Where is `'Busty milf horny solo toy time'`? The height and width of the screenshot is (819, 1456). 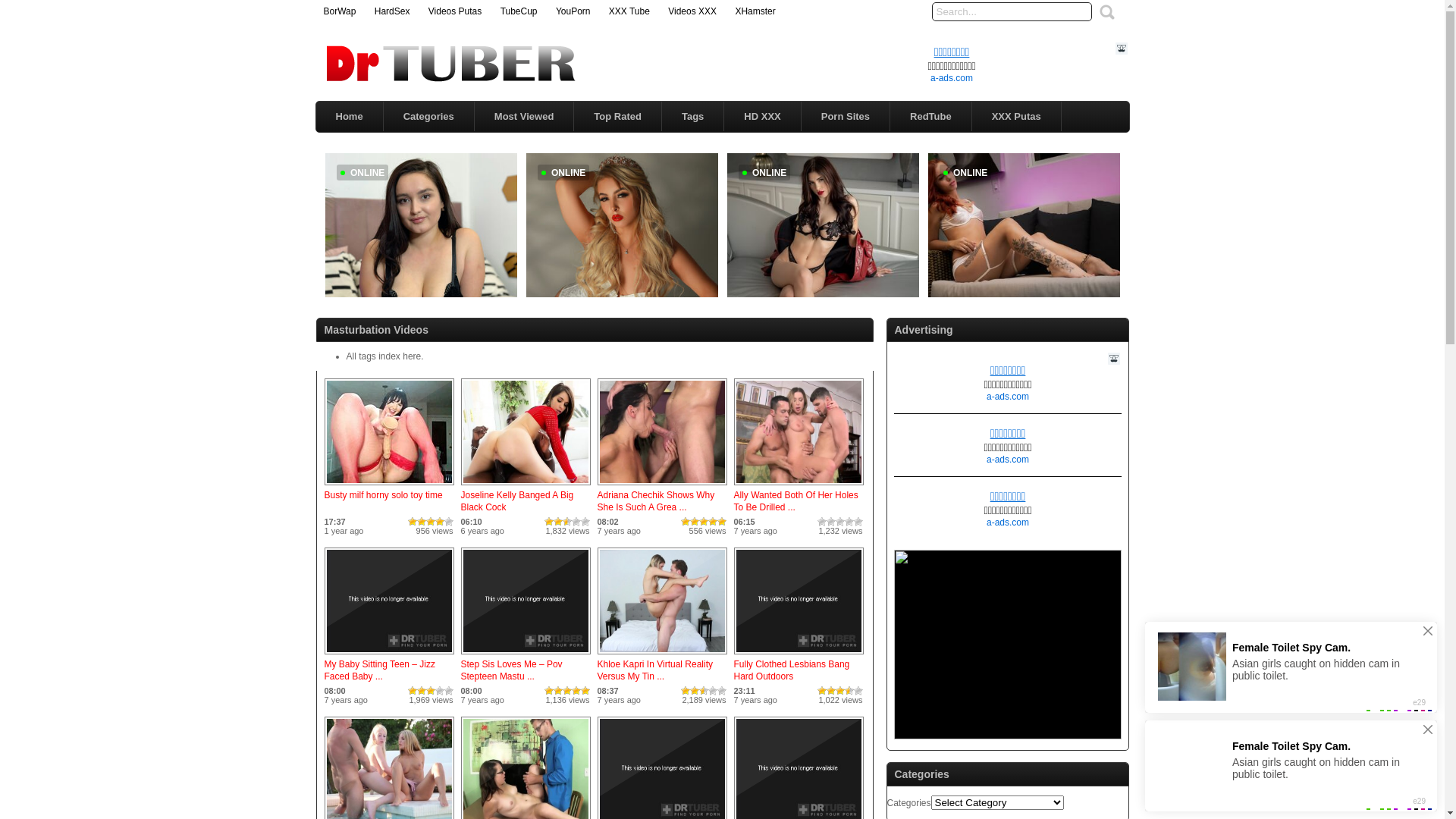
'Busty milf horny solo toy time' is located at coordinates (389, 485).